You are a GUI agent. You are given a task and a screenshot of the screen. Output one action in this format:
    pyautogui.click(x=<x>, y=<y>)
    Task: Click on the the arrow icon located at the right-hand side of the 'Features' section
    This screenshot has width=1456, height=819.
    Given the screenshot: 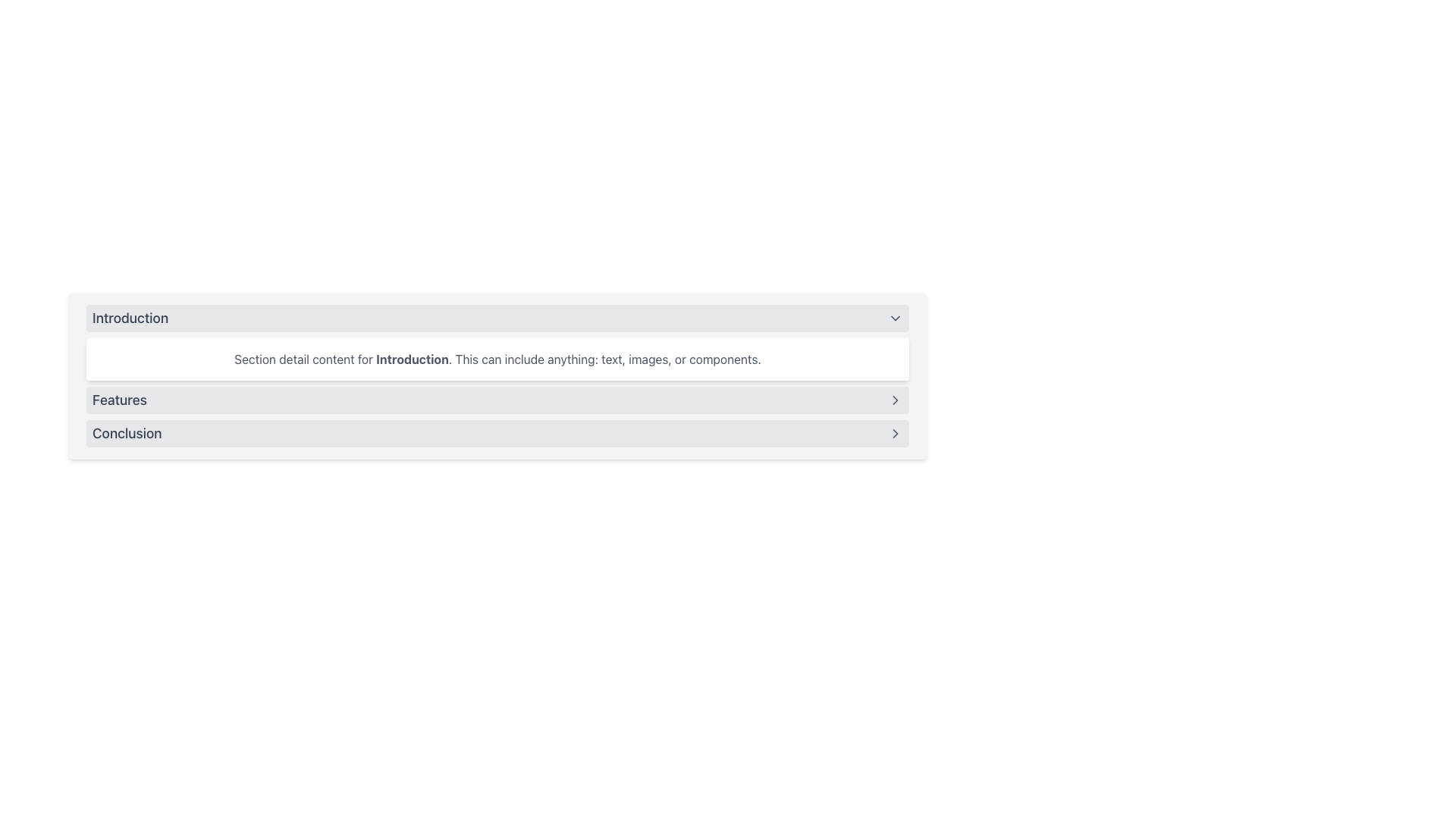 What is the action you would take?
    pyautogui.click(x=895, y=433)
    